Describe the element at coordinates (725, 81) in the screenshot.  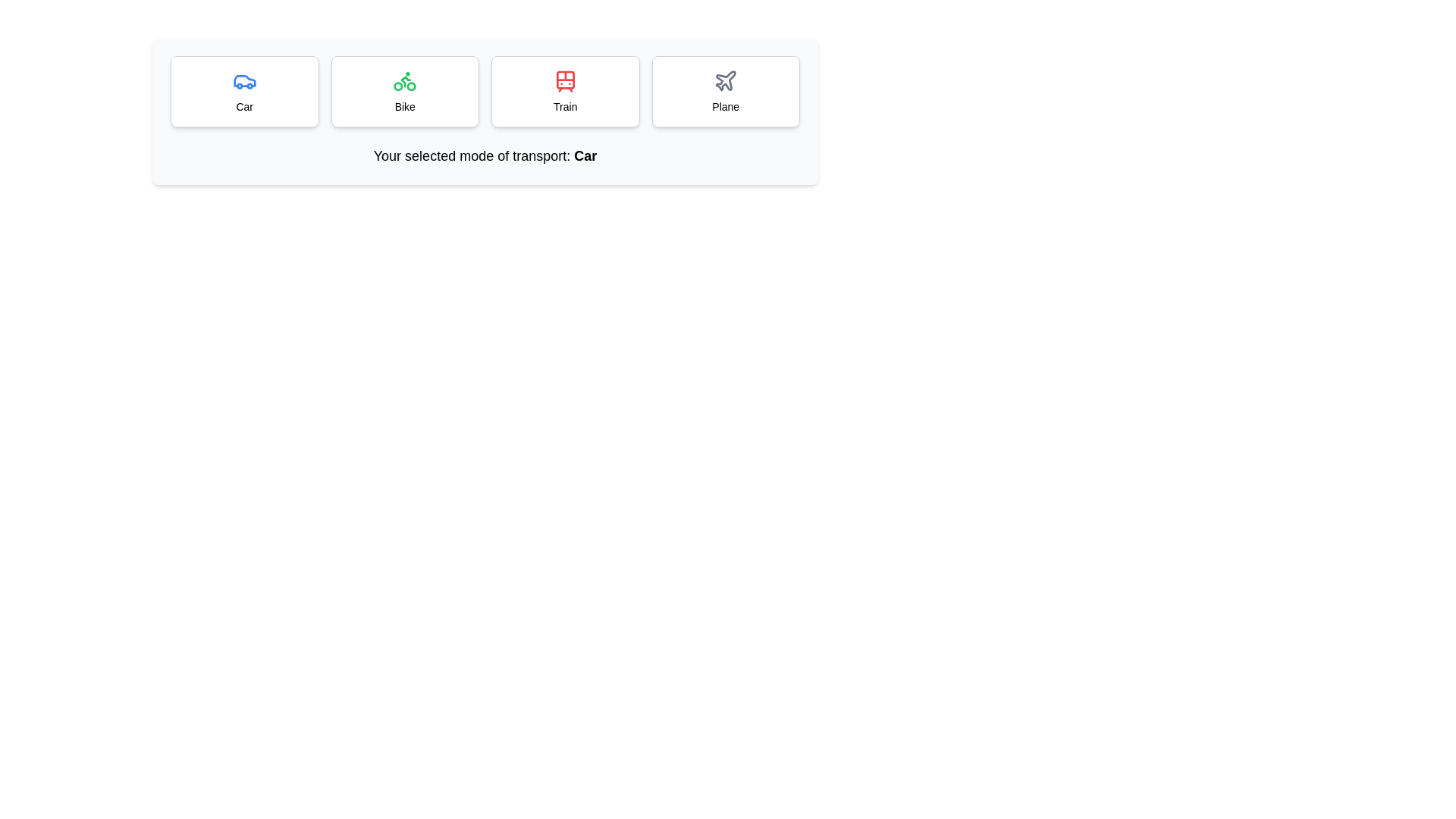
I see `the airplane icon representing the 'Plane' option in the transport selection interface` at that location.